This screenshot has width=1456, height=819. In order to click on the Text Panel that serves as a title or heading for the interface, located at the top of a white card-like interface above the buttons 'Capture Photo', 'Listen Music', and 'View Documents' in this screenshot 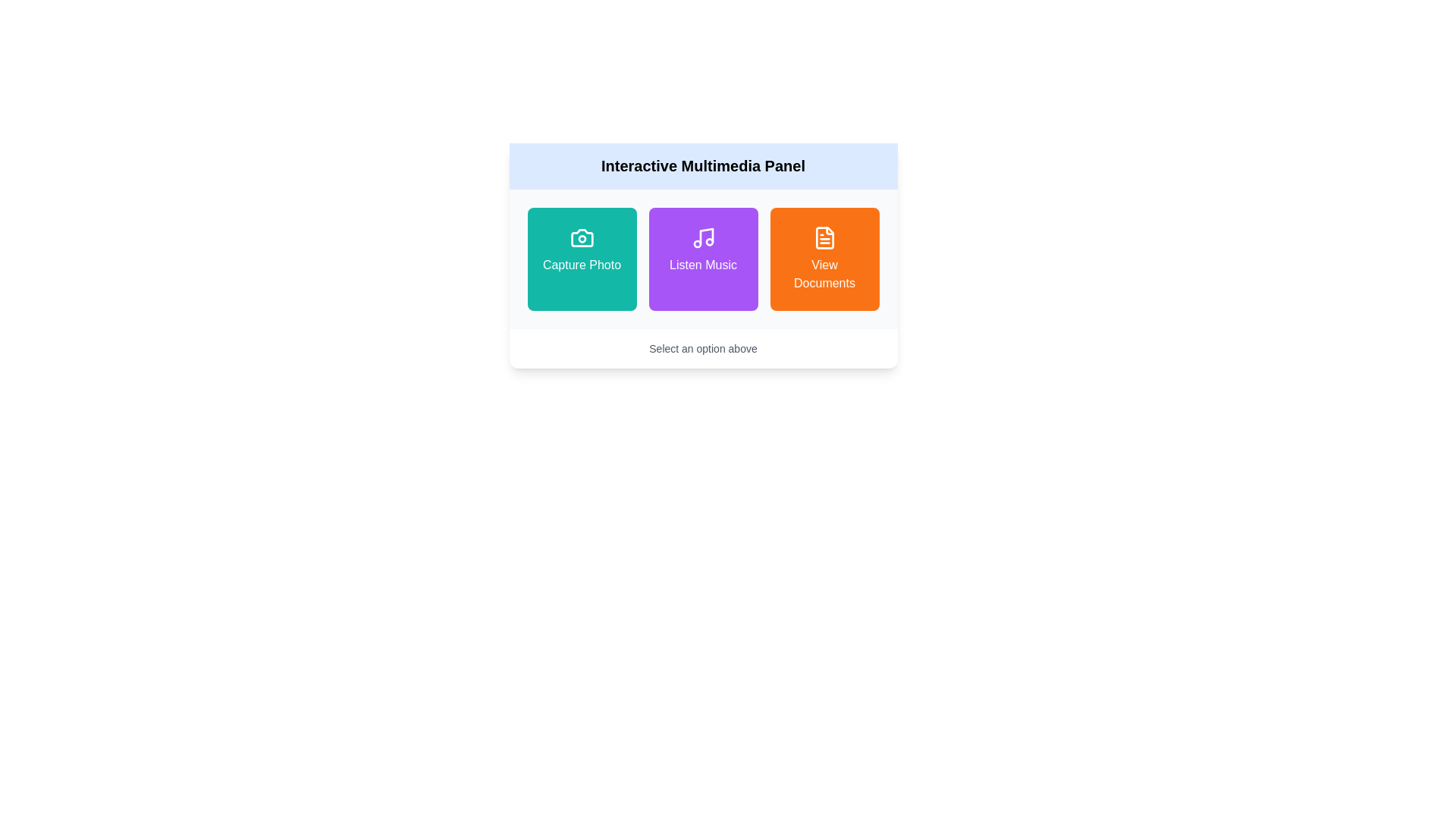, I will do `click(702, 166)`.